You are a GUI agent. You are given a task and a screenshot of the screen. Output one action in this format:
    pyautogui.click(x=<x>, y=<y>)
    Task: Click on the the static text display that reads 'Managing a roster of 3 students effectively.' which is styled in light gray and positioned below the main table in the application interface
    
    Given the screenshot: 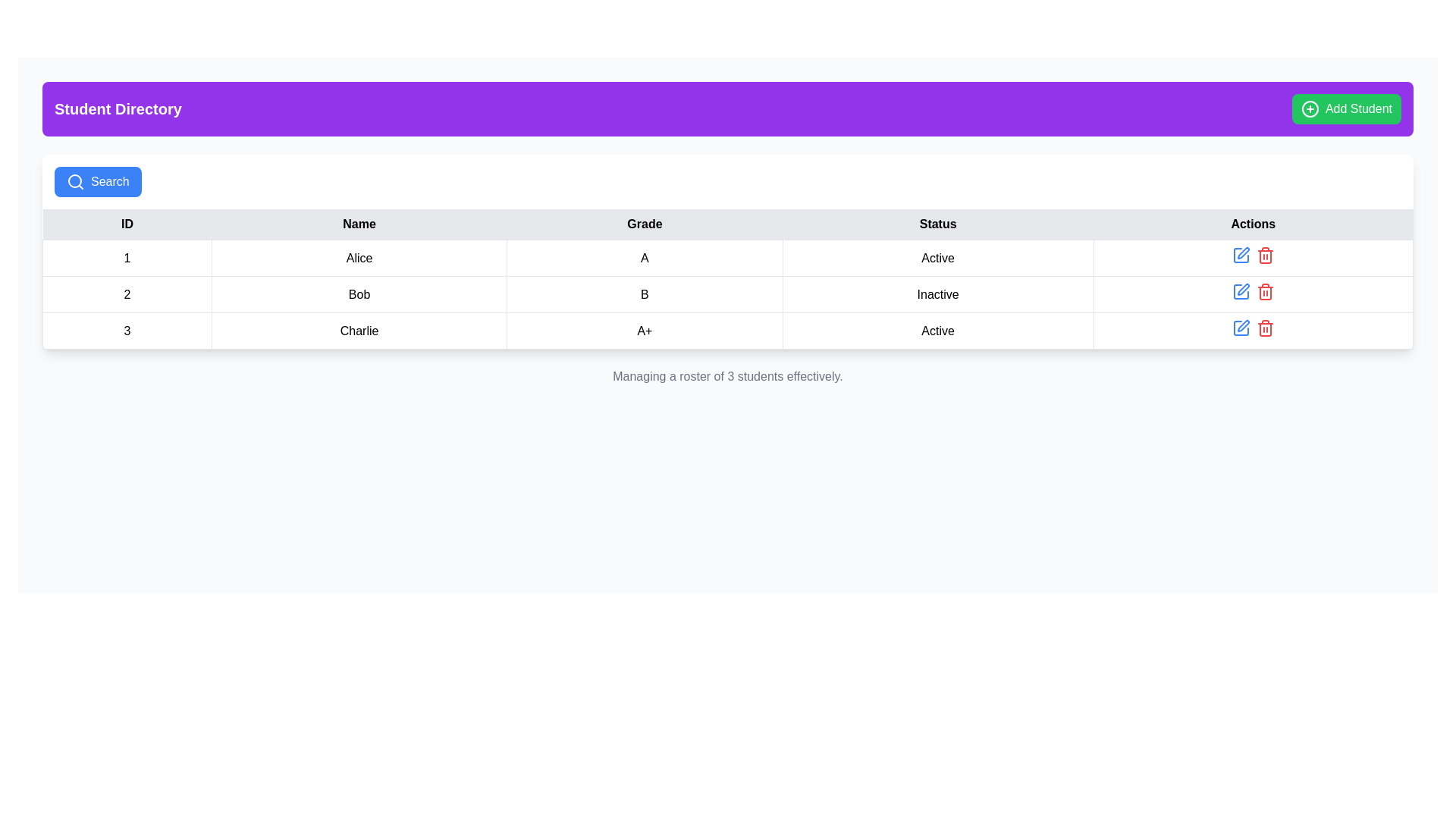 What is the action you would take?
    pyautogui.click(x=728, y=376)
    